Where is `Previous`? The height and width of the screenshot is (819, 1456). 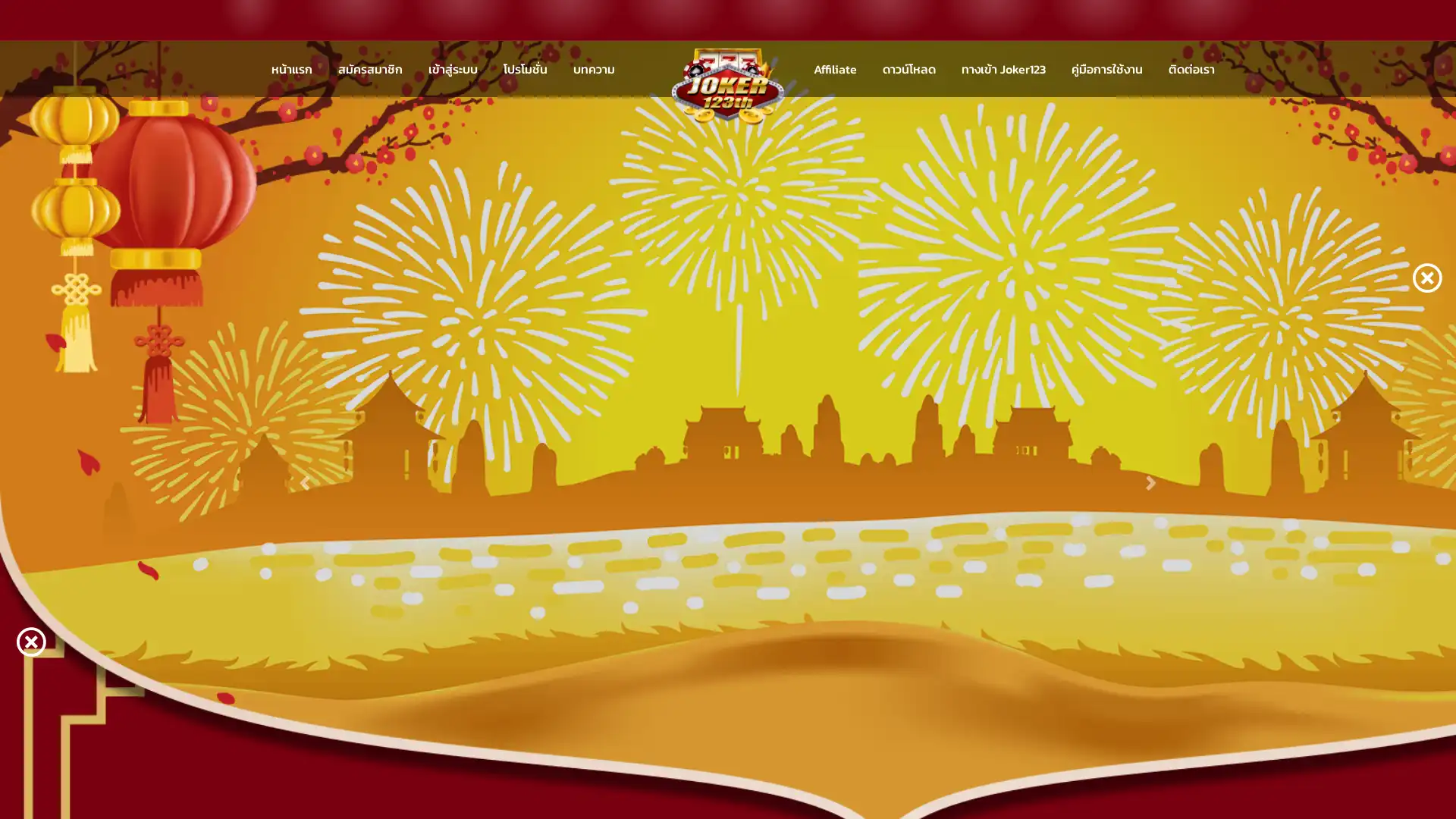
Previous is located at coordinates (303, 420).